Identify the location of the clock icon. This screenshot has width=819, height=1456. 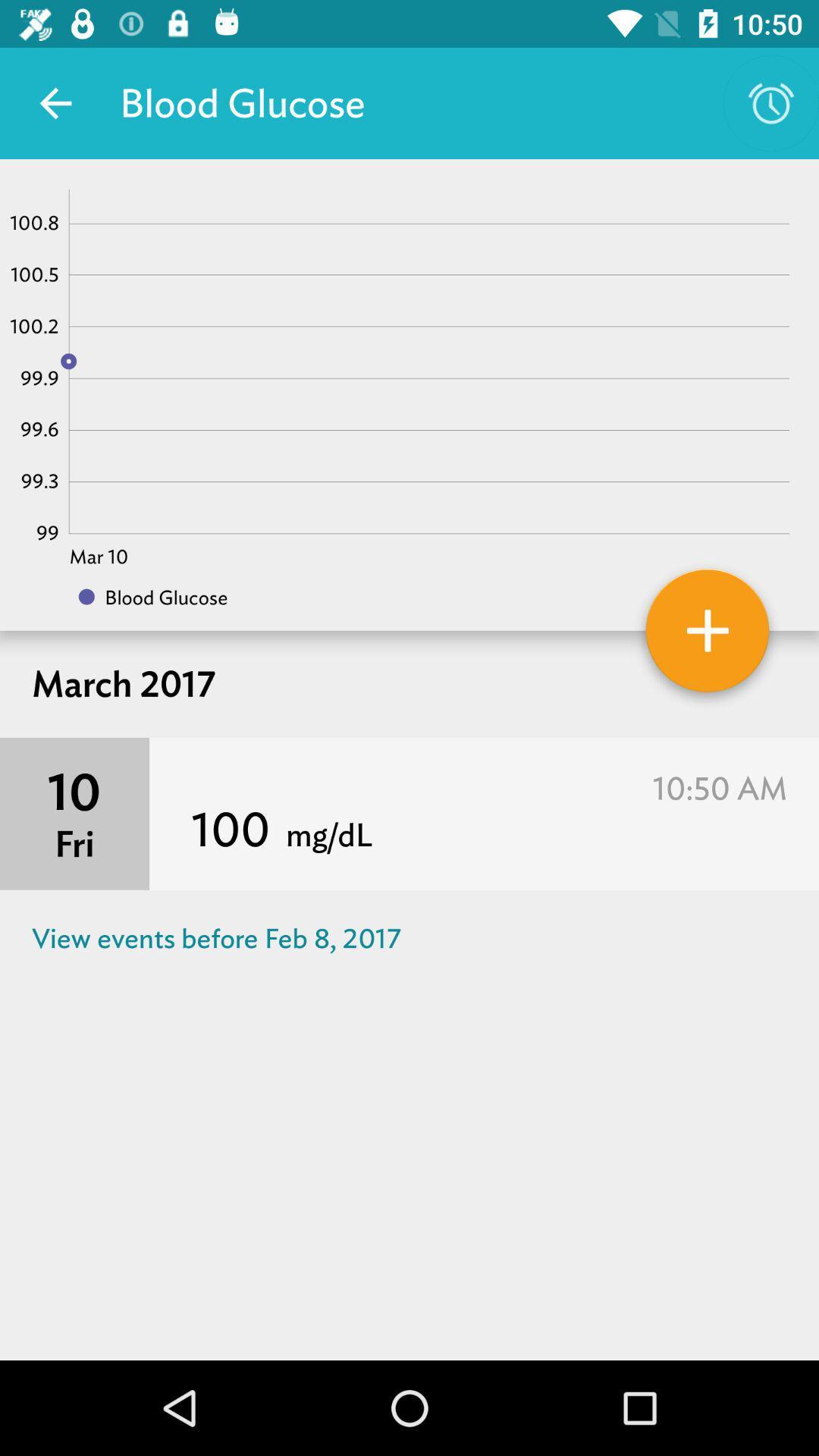
(771, 103).